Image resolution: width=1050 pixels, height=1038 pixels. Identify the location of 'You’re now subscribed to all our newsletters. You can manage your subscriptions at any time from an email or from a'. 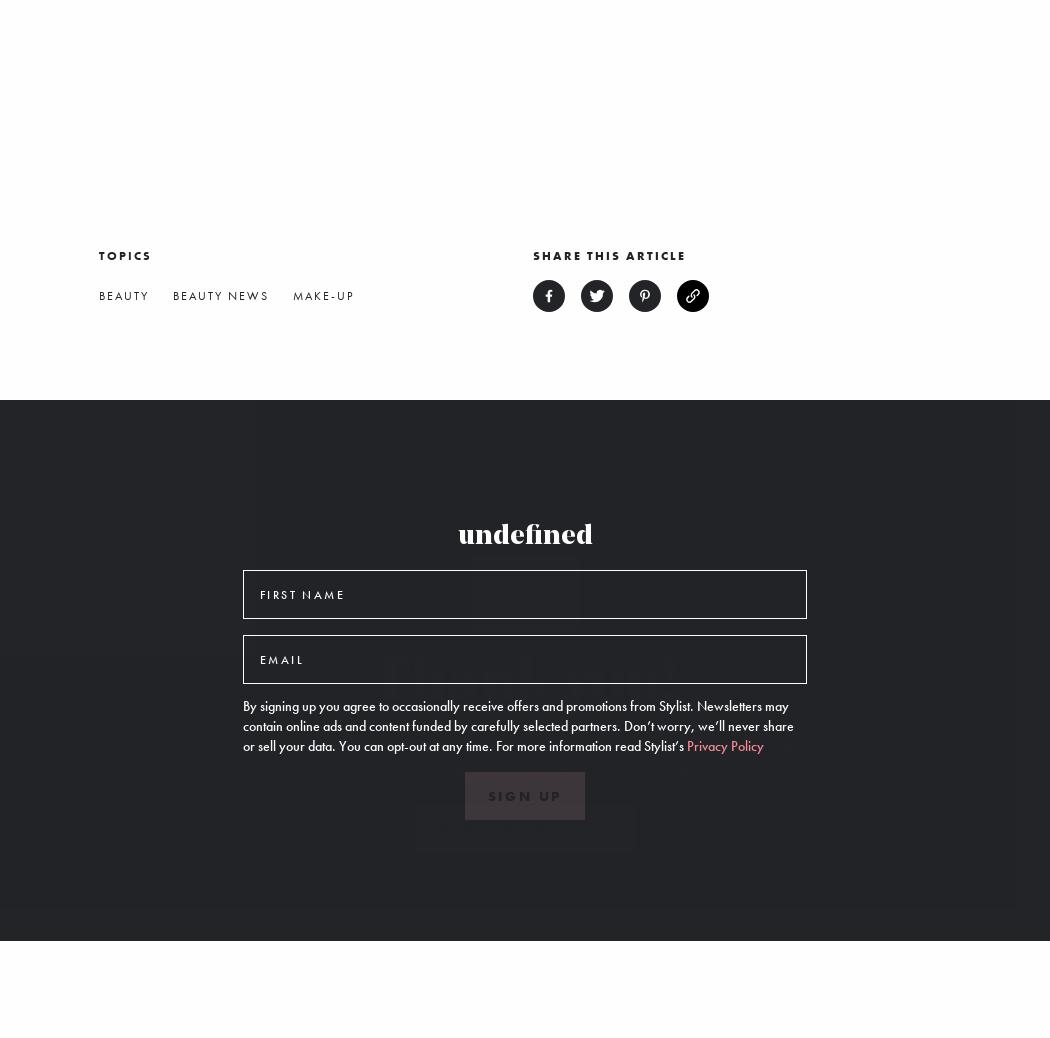
(523, 759).